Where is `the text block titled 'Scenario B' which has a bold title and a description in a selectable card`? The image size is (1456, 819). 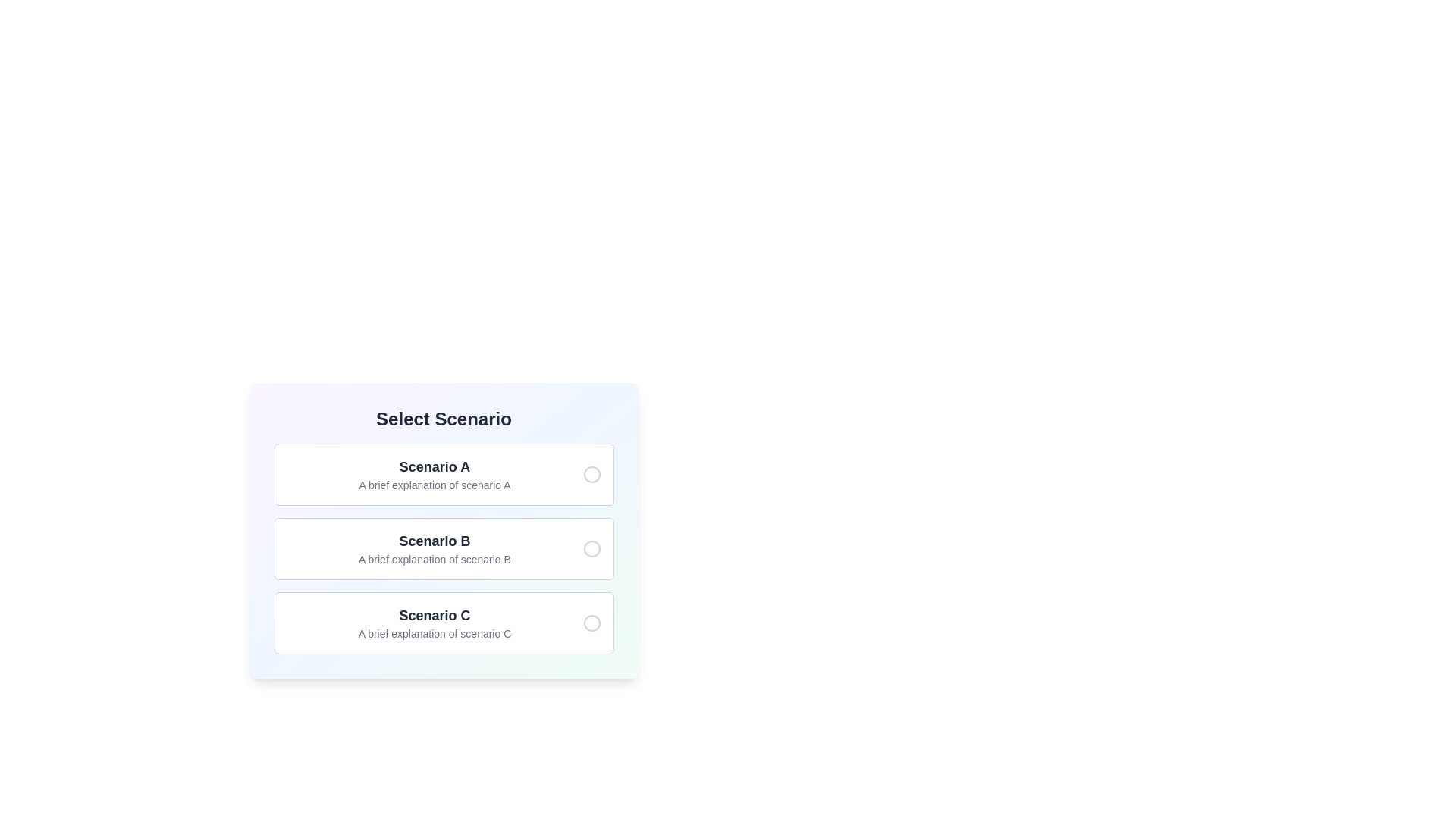
the text block titled 'Scenario B' which has a bold title and a description in a selectable card is located at coordinates (434, 549).